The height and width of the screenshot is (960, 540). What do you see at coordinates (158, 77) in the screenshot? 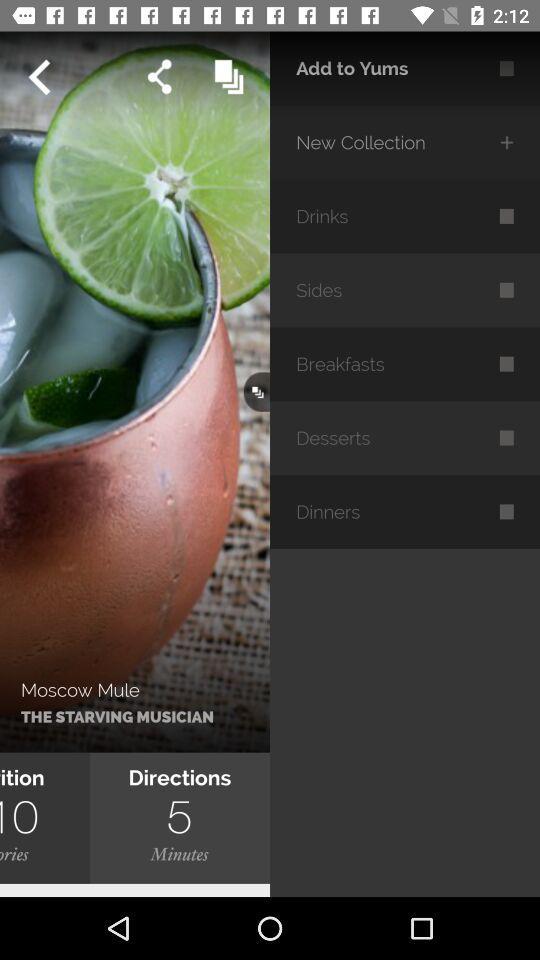
I see `share the article` at bounding box center [158, 77].